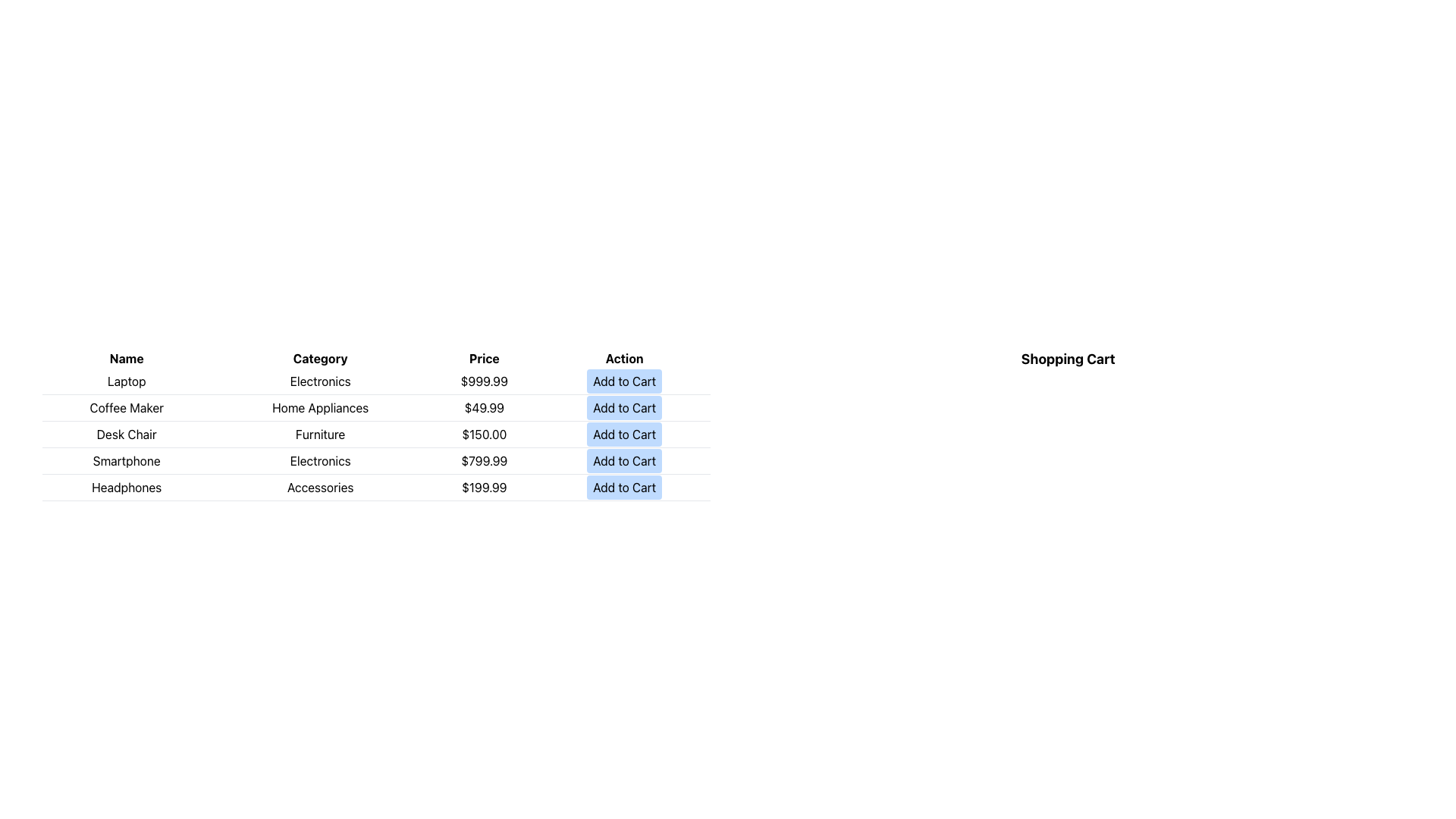  What do you see at coordinates (483, 460) in the screenshot?
I see `the price label displaying '$799.99', which is located in the 'Price' column of the fourth row, to the left of the 'Add to Cart' button for the 'Smartphone'` at bounding box center [483, 460].